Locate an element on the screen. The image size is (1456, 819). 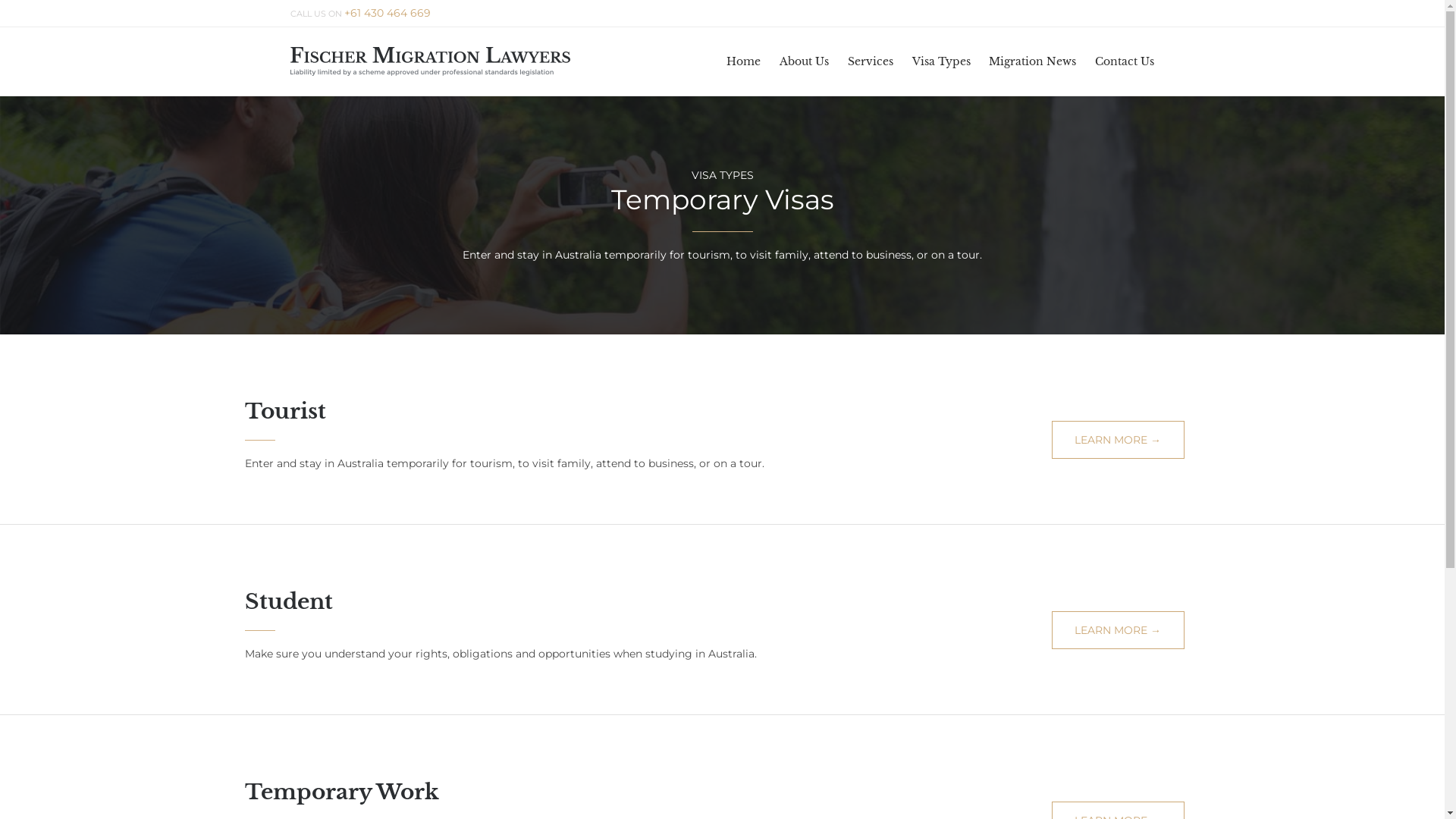
'Visa Types' is located at coordinates (940, 61).